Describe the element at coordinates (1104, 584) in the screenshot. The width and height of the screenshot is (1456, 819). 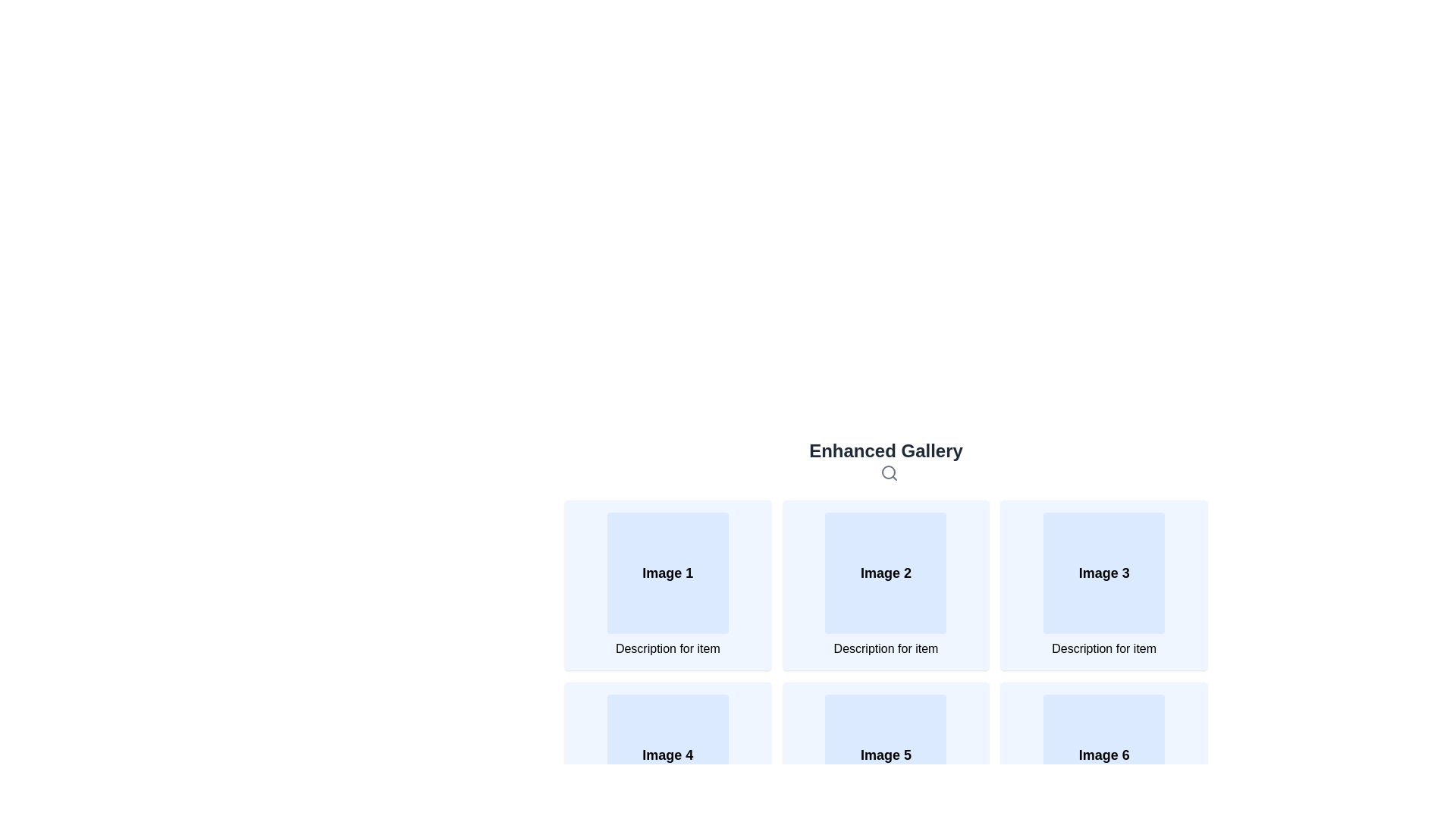
I see `the static card element located in the top row, rightmost position of a grid layout, which contains an image placeholder labeled 'Image 3' and a text description below` at that location.